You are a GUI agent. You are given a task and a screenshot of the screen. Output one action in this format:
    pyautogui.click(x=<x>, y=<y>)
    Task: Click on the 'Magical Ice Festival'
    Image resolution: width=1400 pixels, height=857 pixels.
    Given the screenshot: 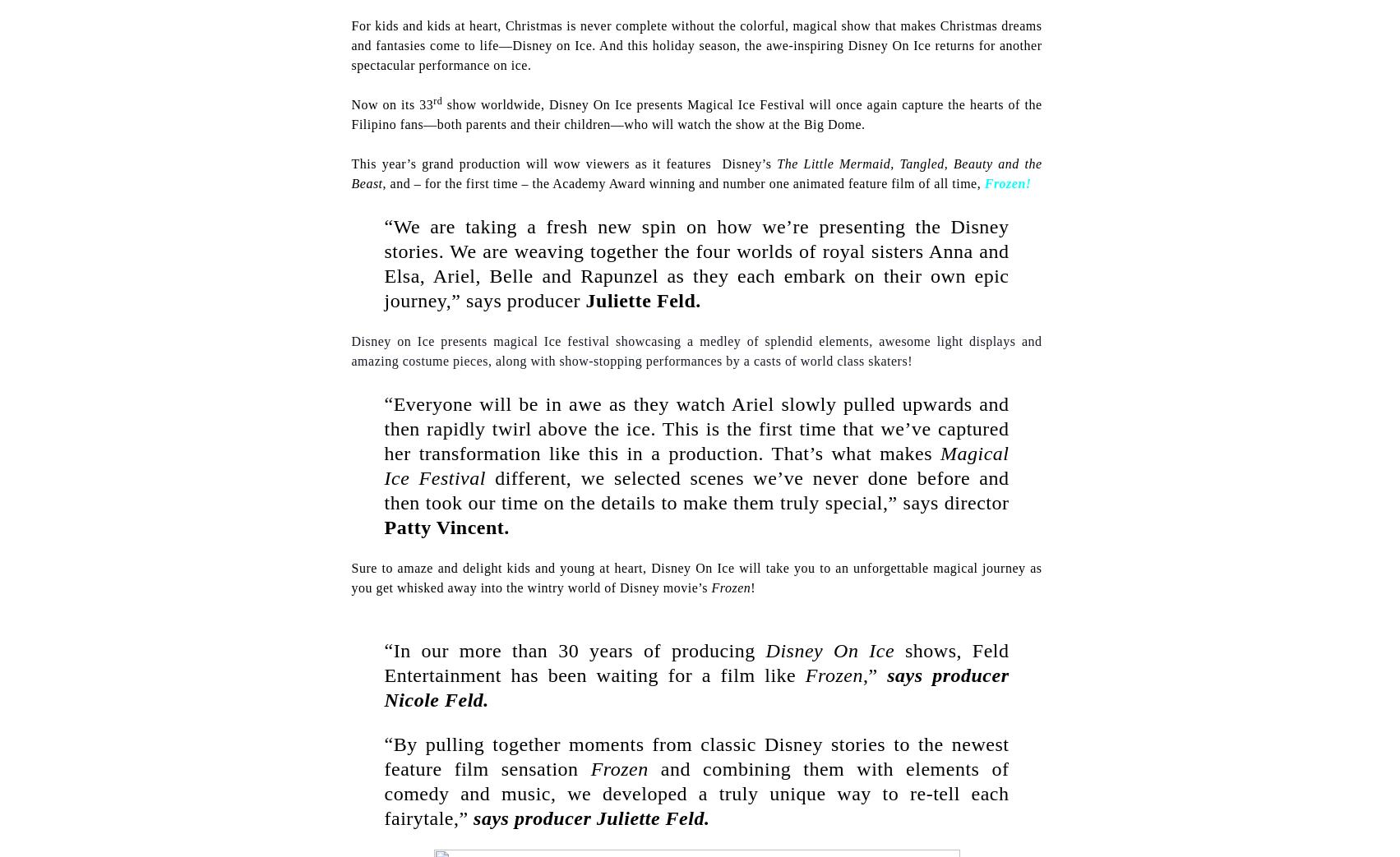 What is the action you would take?
    pyautogui.click(x=696, y=465)
    